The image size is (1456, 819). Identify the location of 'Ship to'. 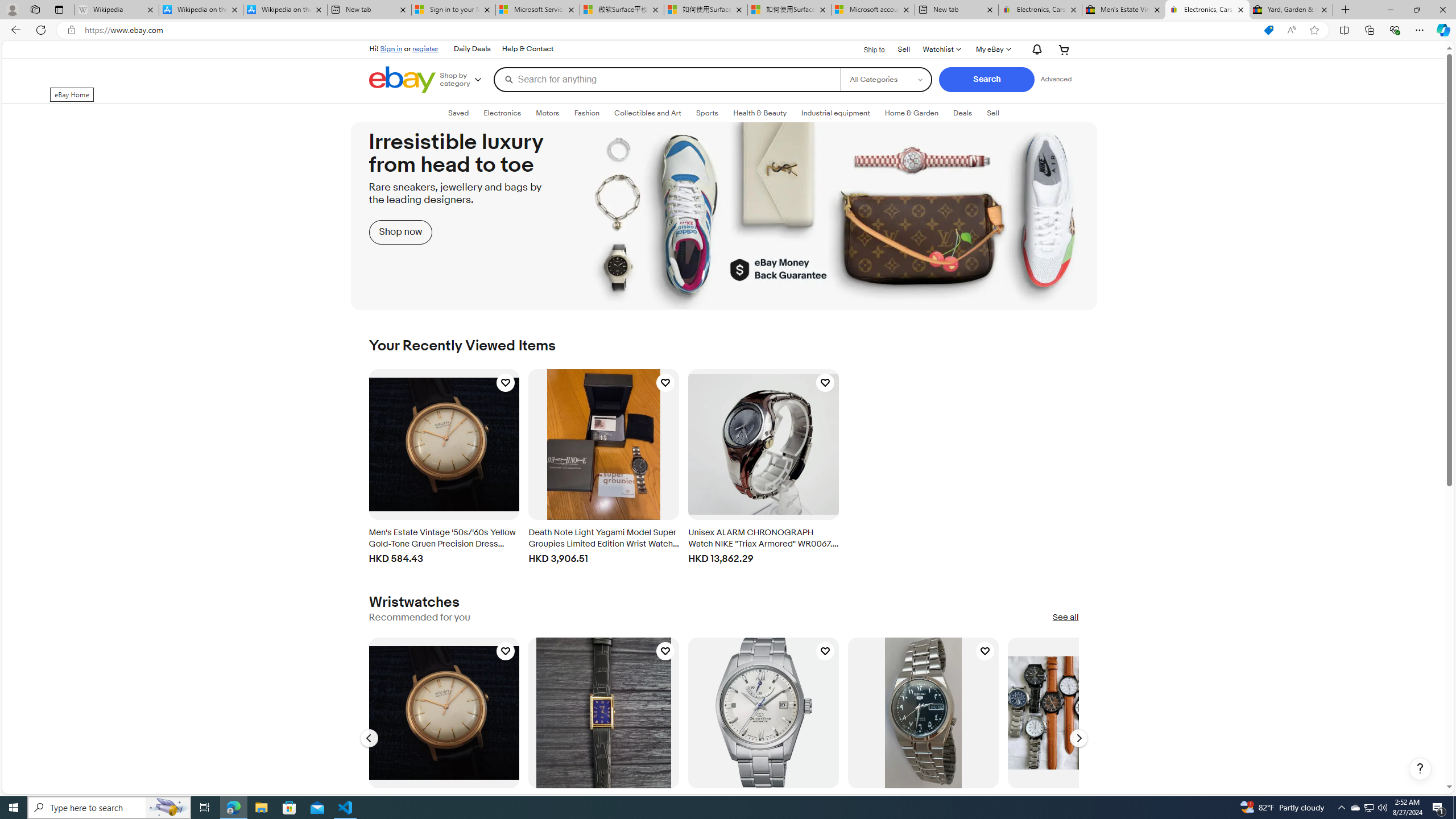
(867, 49).